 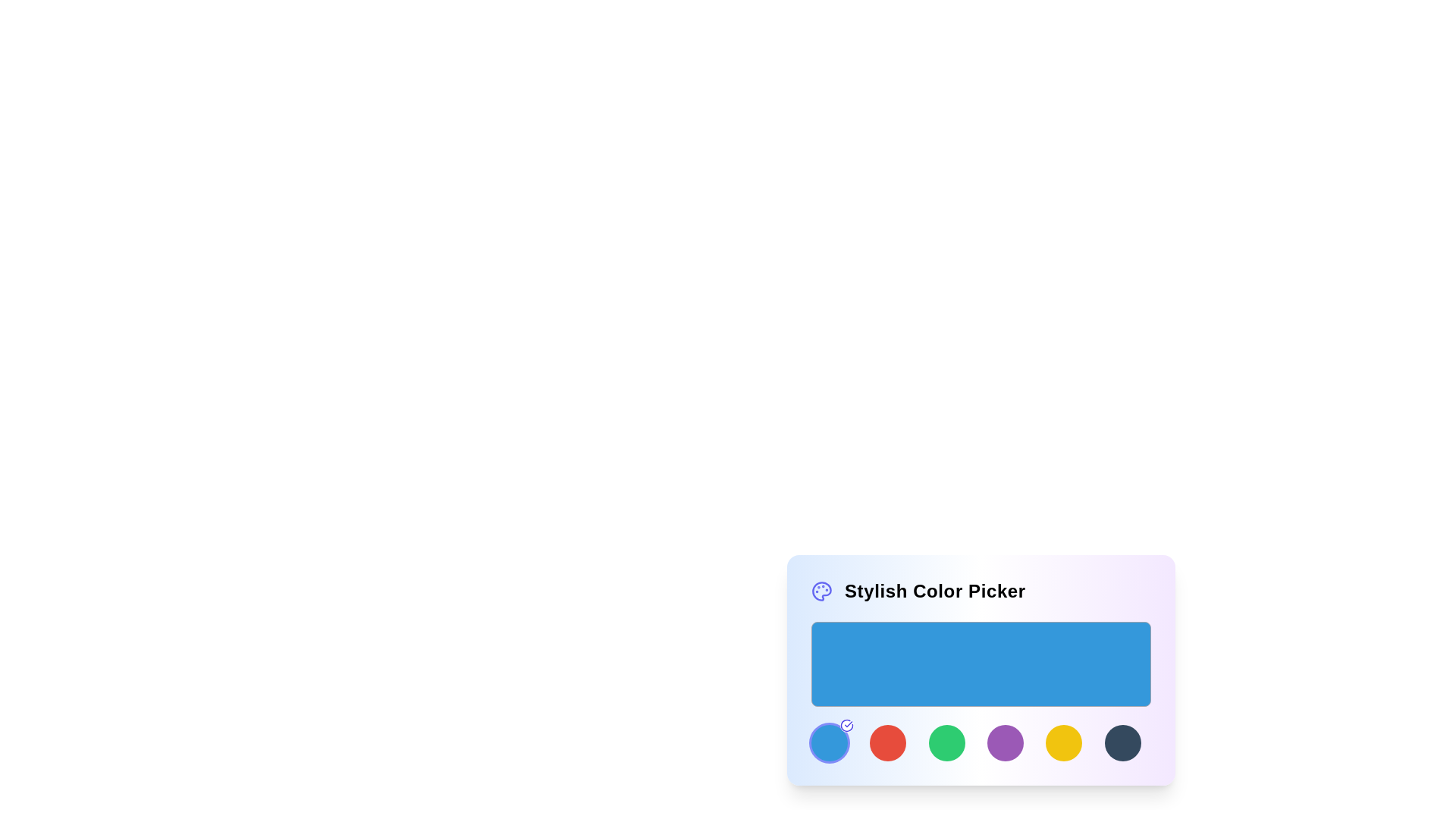 What do you see at coordinates (1063, 742) in the screenshot?
I see `the fifth circular color option button from the left in the color selection interface` at bounding box center [1063, 742].